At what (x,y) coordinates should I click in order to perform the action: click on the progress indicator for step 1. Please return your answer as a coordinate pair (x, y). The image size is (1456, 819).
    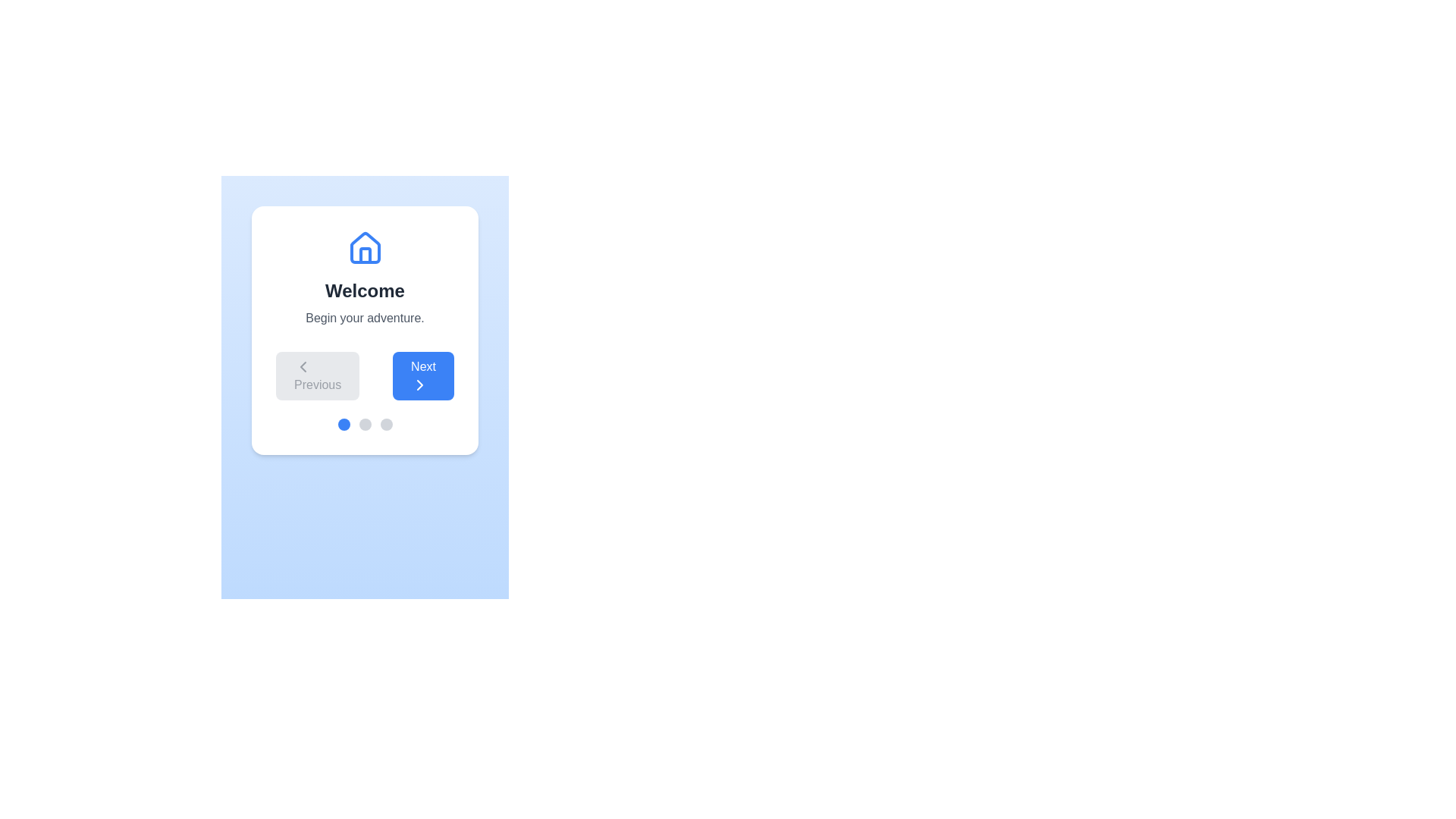
    Looking at the image, I should click on (343, 424).